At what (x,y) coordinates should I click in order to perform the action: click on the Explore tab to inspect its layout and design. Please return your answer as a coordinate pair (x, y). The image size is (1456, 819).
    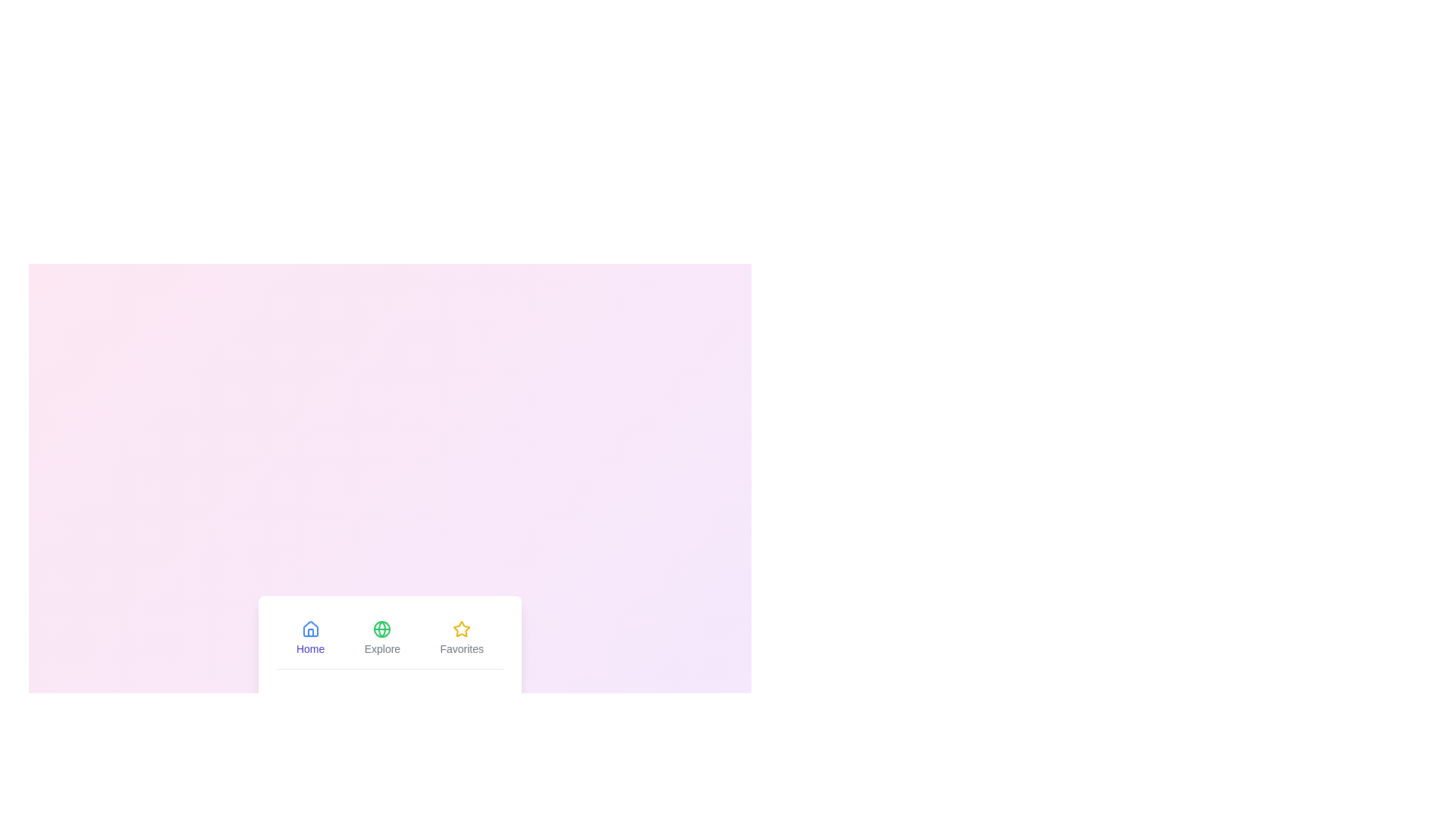
    Looking at the image, I should click on (382, 637).